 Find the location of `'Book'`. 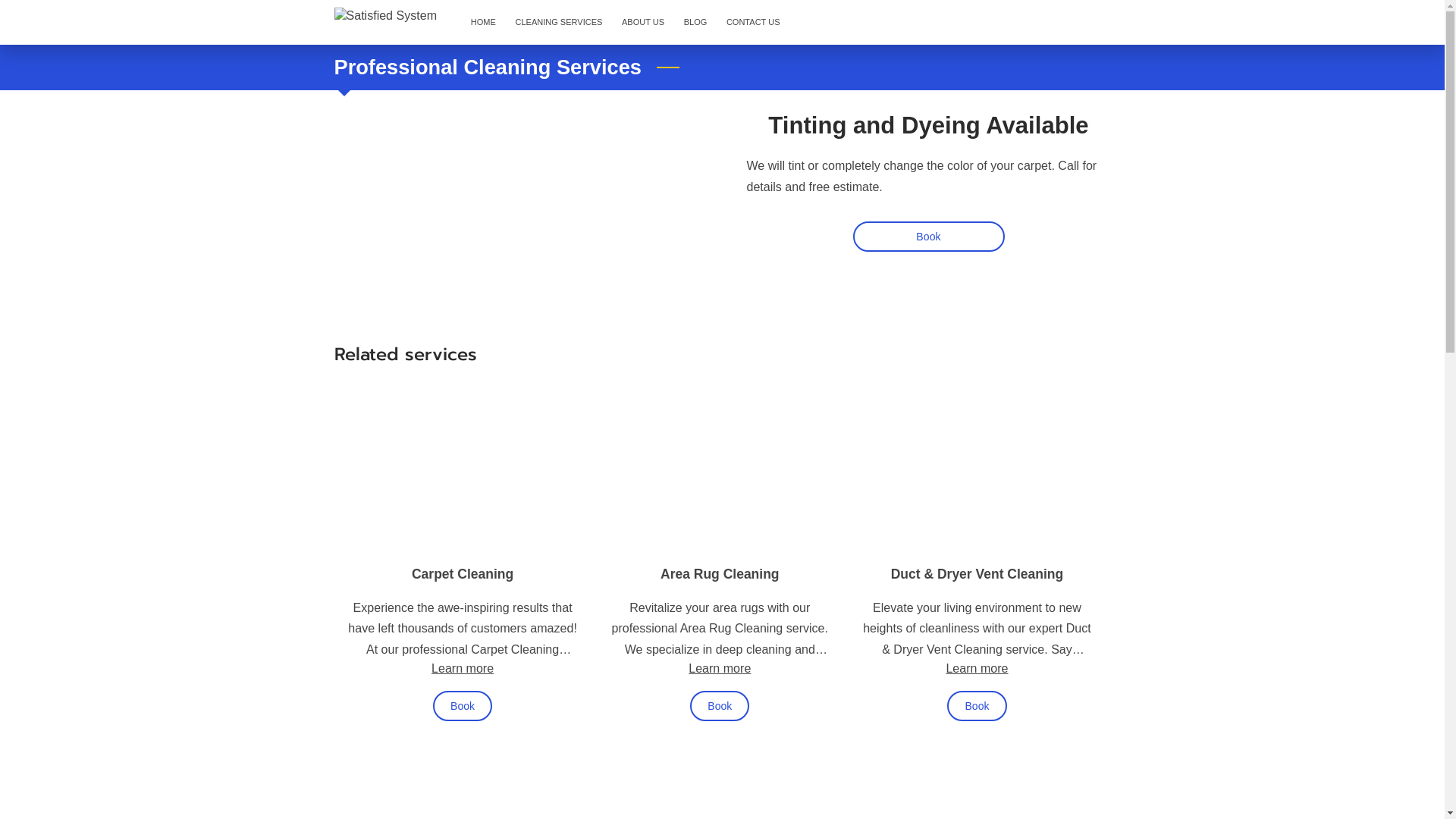

'Book' is located at coordinates (927, 237).